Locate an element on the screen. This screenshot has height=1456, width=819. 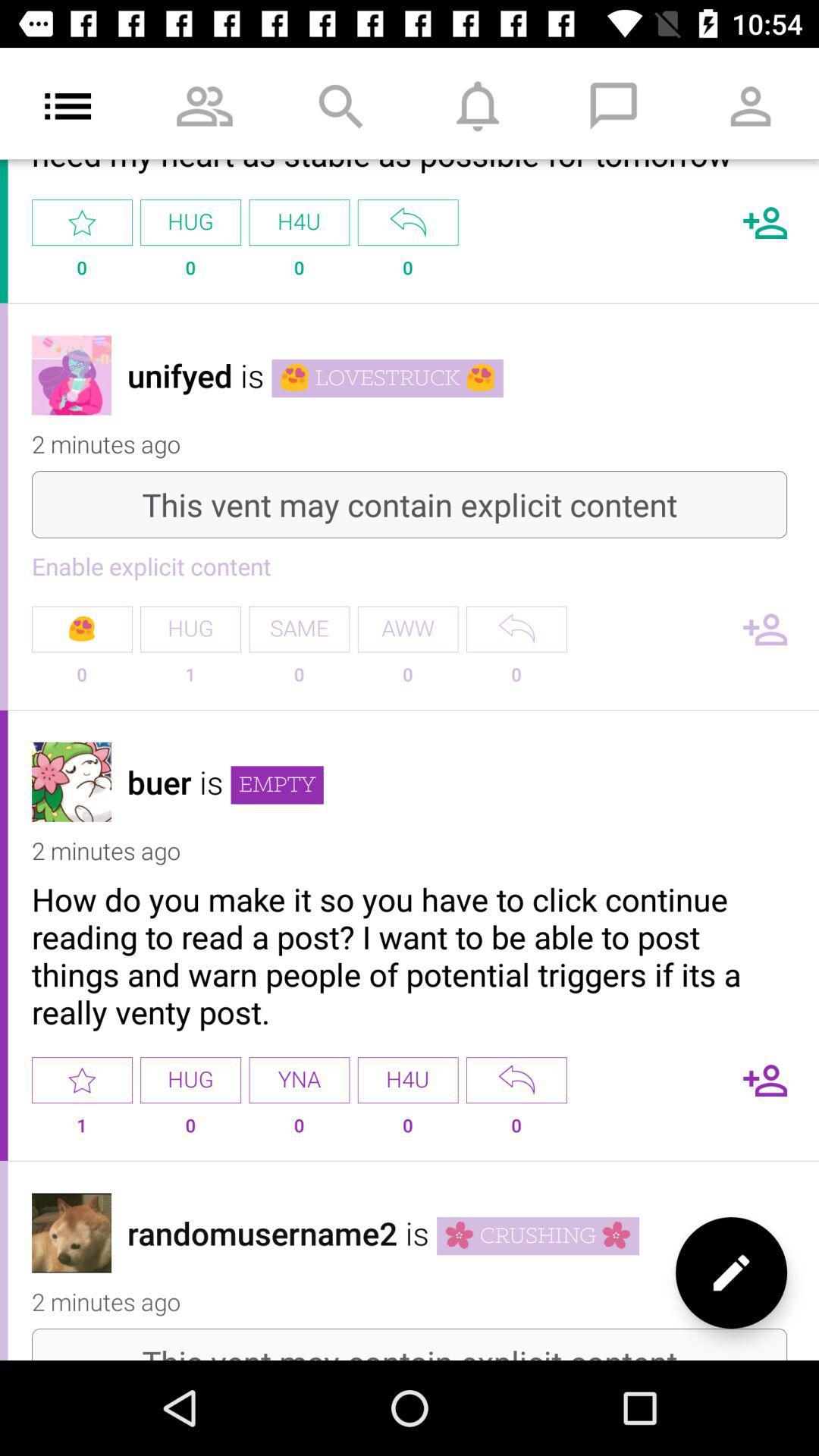
the number below the star icon which is at the bottom is located at coordinates (82, 1131).